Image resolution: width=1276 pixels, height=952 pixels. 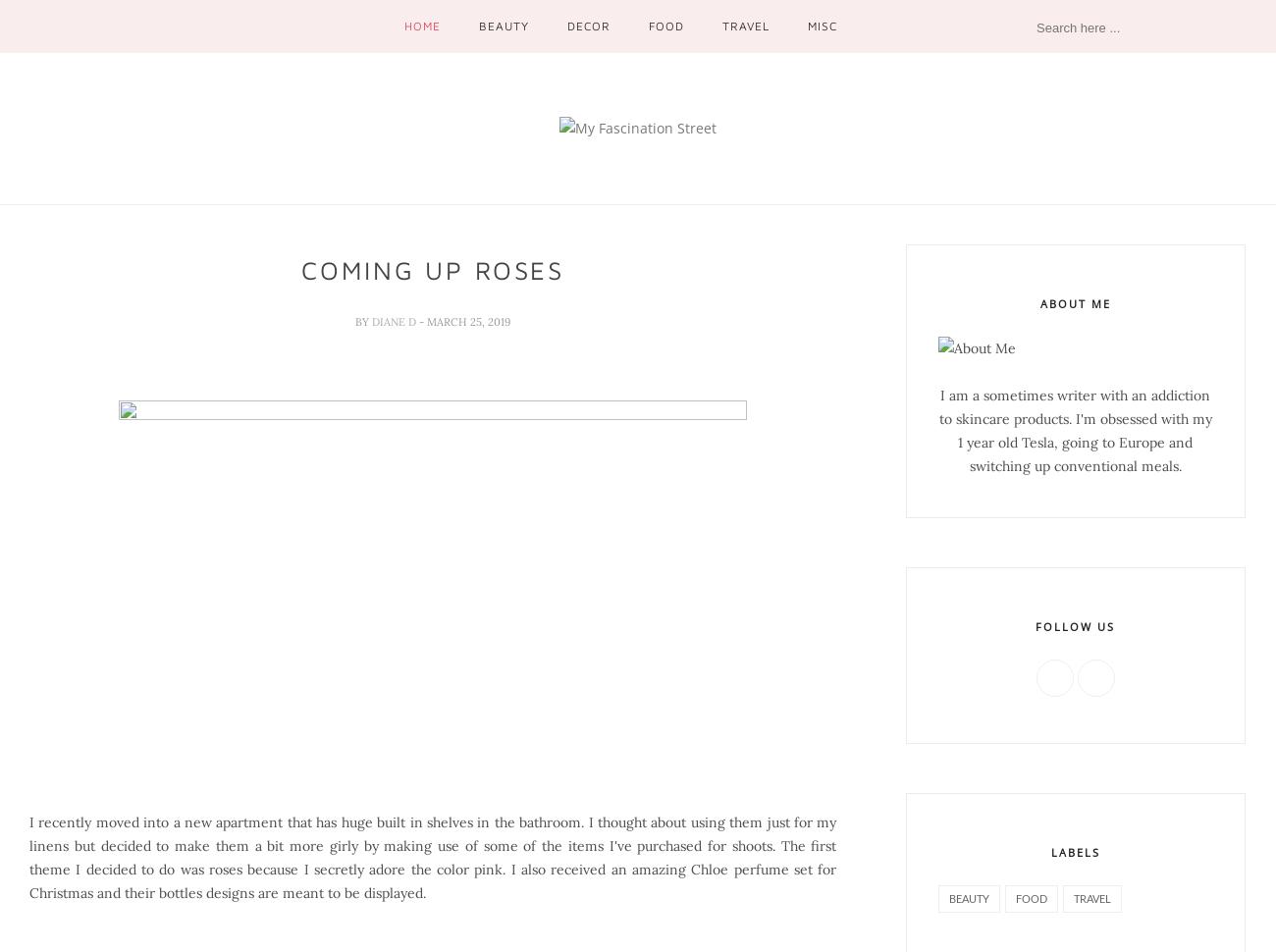 What do you see at coordinates (967, 898) in the screenshot?
I see `'beauty'` at bounding box center [967, 898].